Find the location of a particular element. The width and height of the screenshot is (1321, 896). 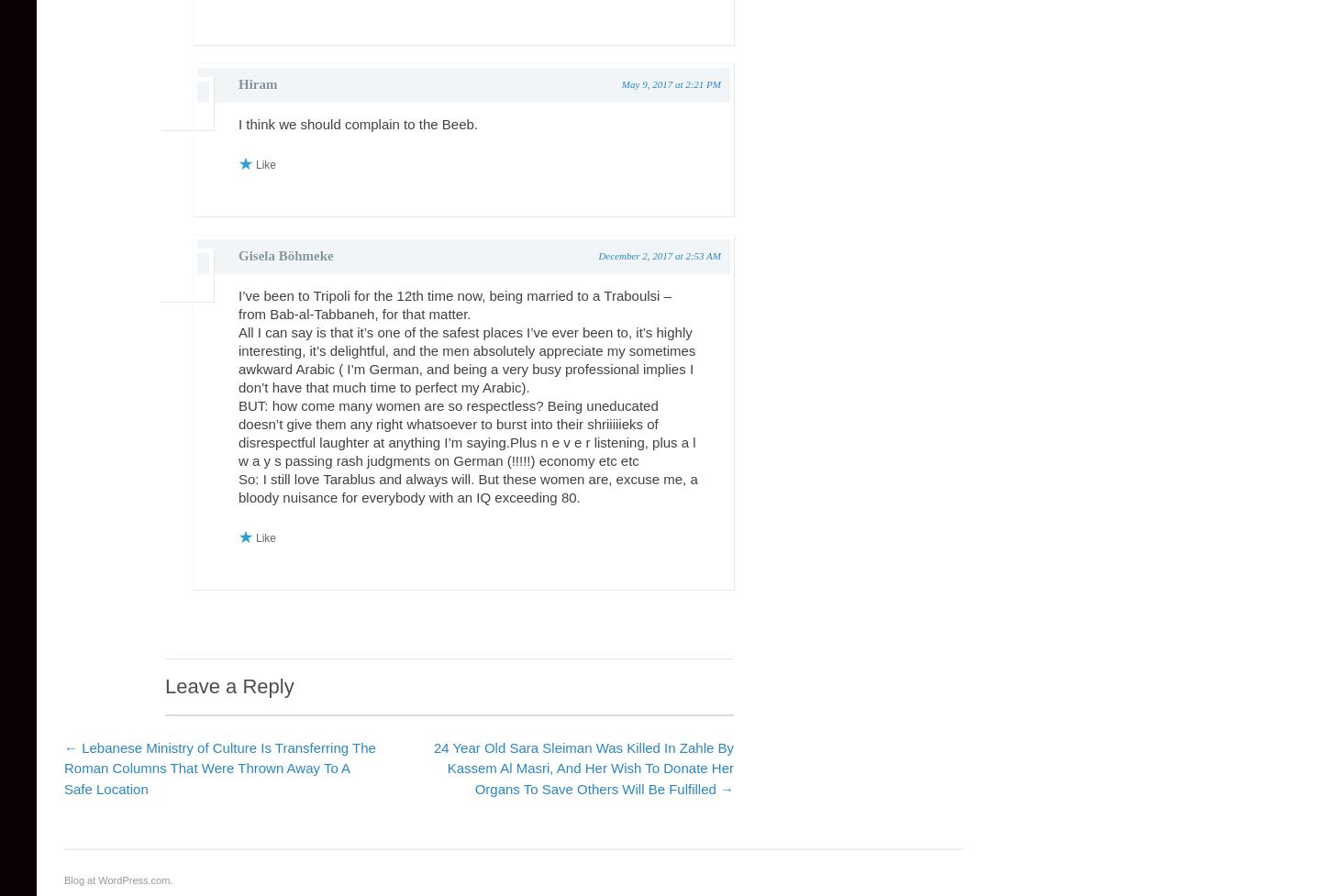

'Leave a Reply' is located at coordinates (228, 686).